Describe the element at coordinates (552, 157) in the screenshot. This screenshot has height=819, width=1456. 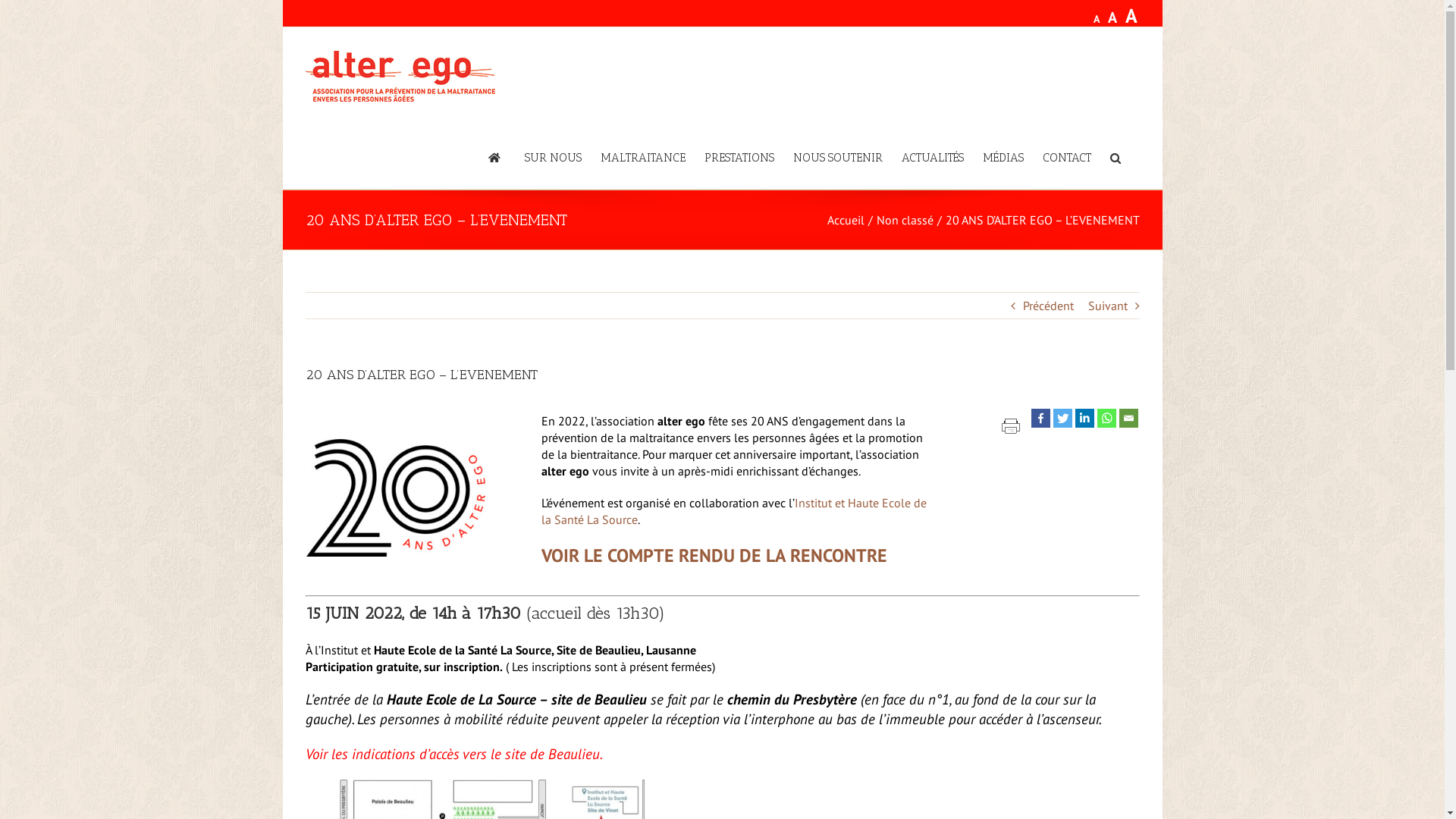
I see `'SUR NOUS'` at that location.